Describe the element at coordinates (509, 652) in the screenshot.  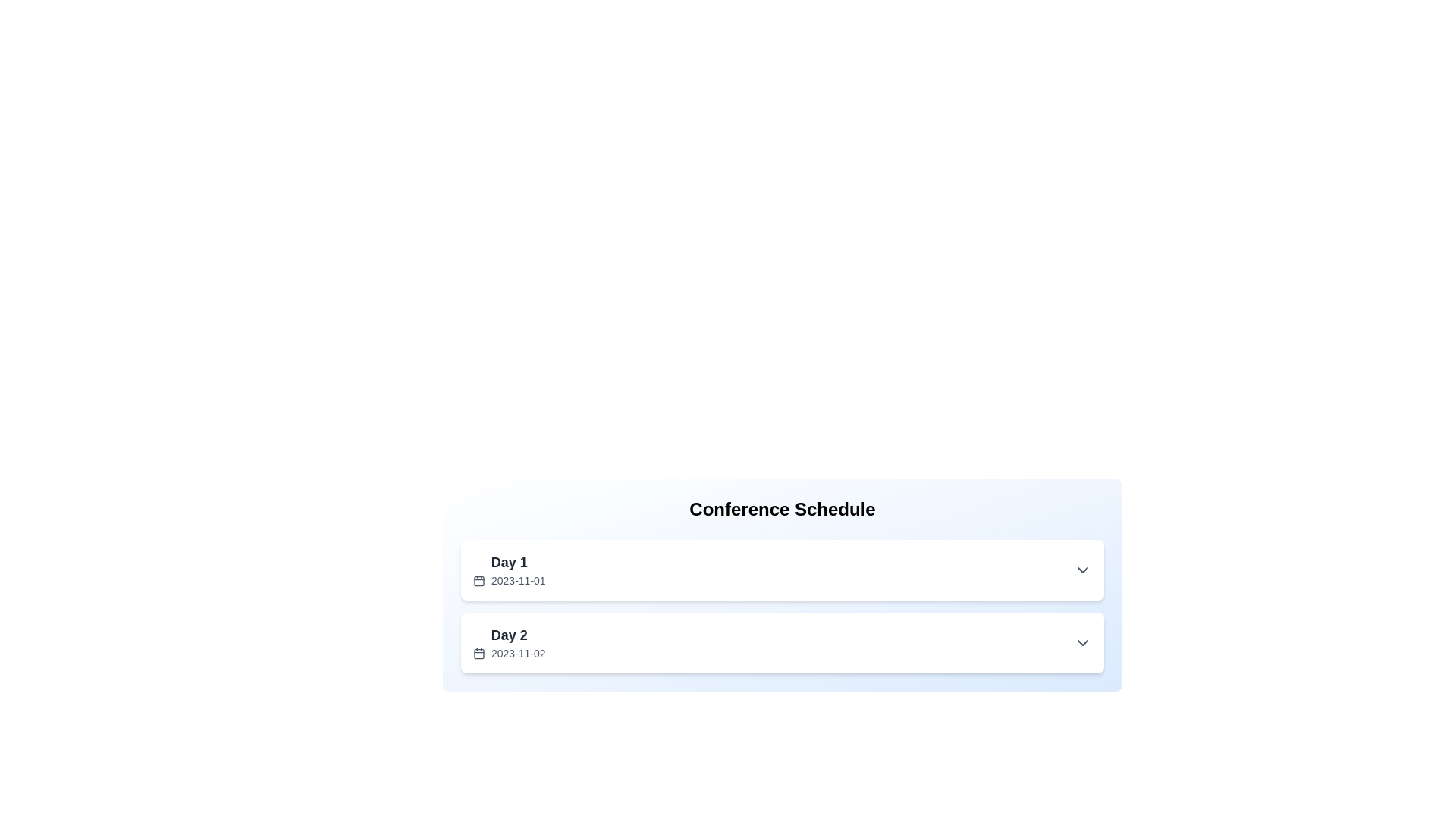
I see `the Text with Icon element displaying the date '2023-11-02', which is prefixed by a small calendar icon and is located beneath the 'Day 2' heading` at that location.